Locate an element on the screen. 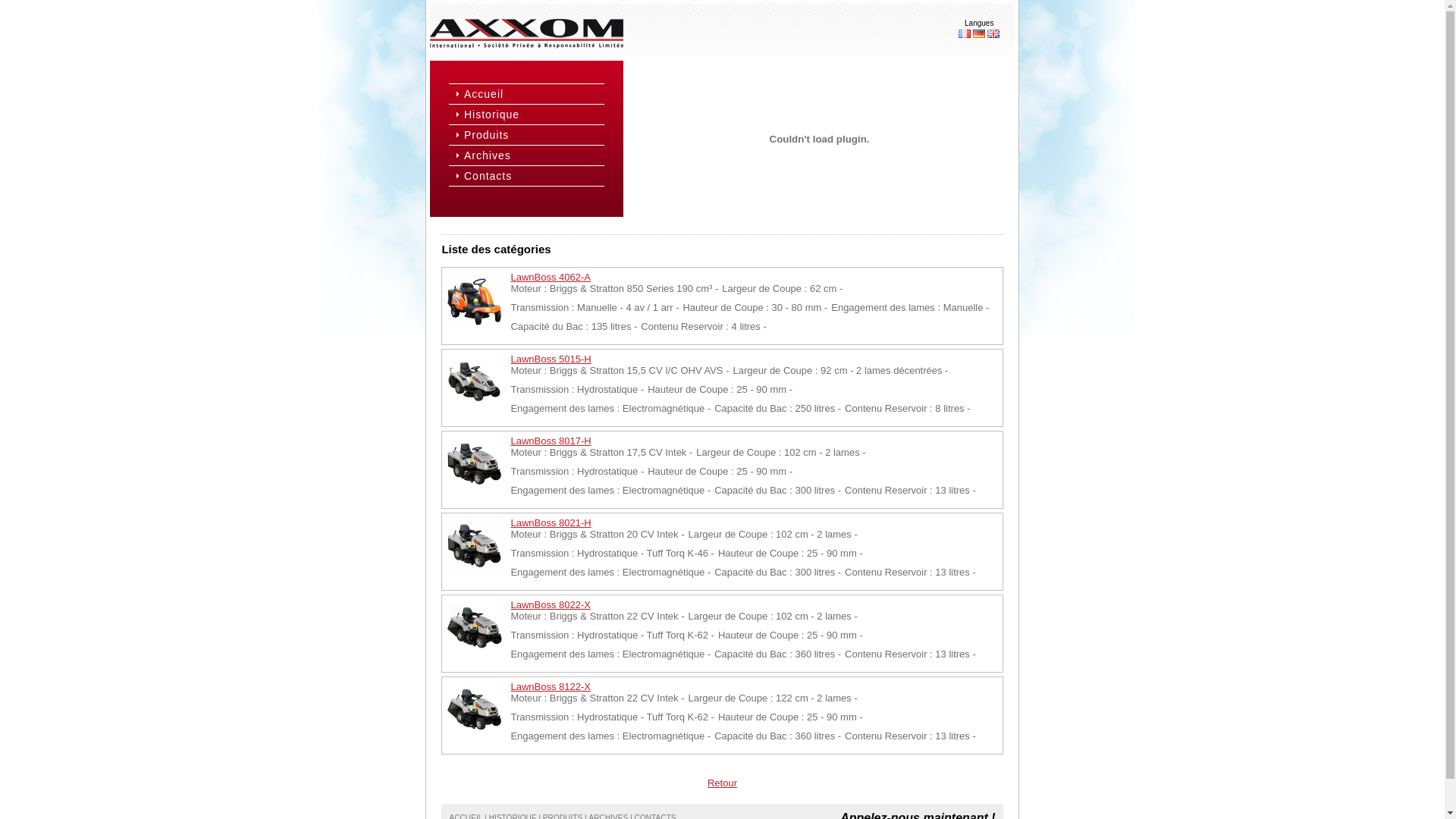 Image resolution: width=1456 pixels, height=819 pixels. 'LawnBoss 8017-H' is located at coordinates (549, 441).